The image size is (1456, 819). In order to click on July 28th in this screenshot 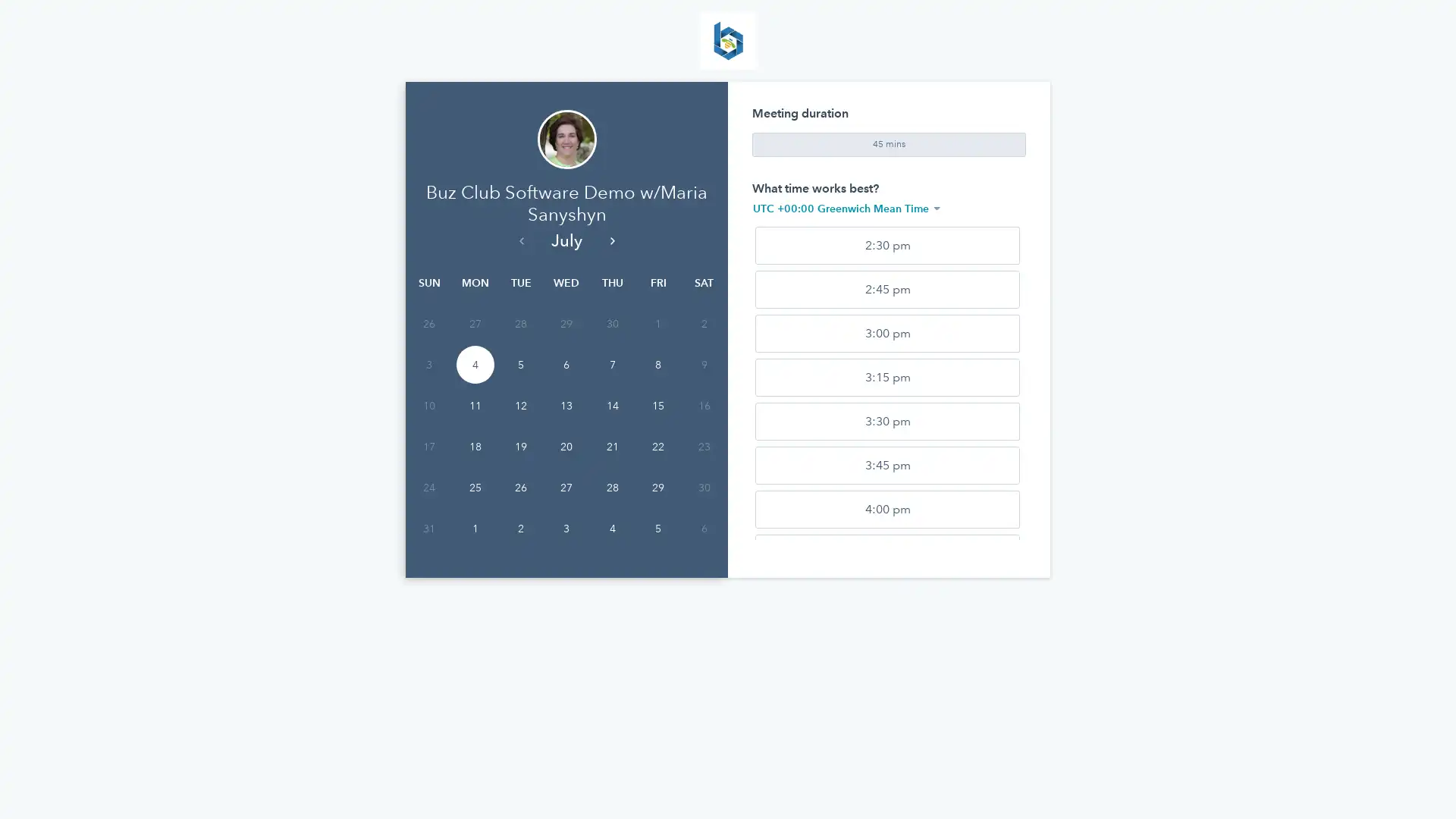, I will do `click(611, 488)`.